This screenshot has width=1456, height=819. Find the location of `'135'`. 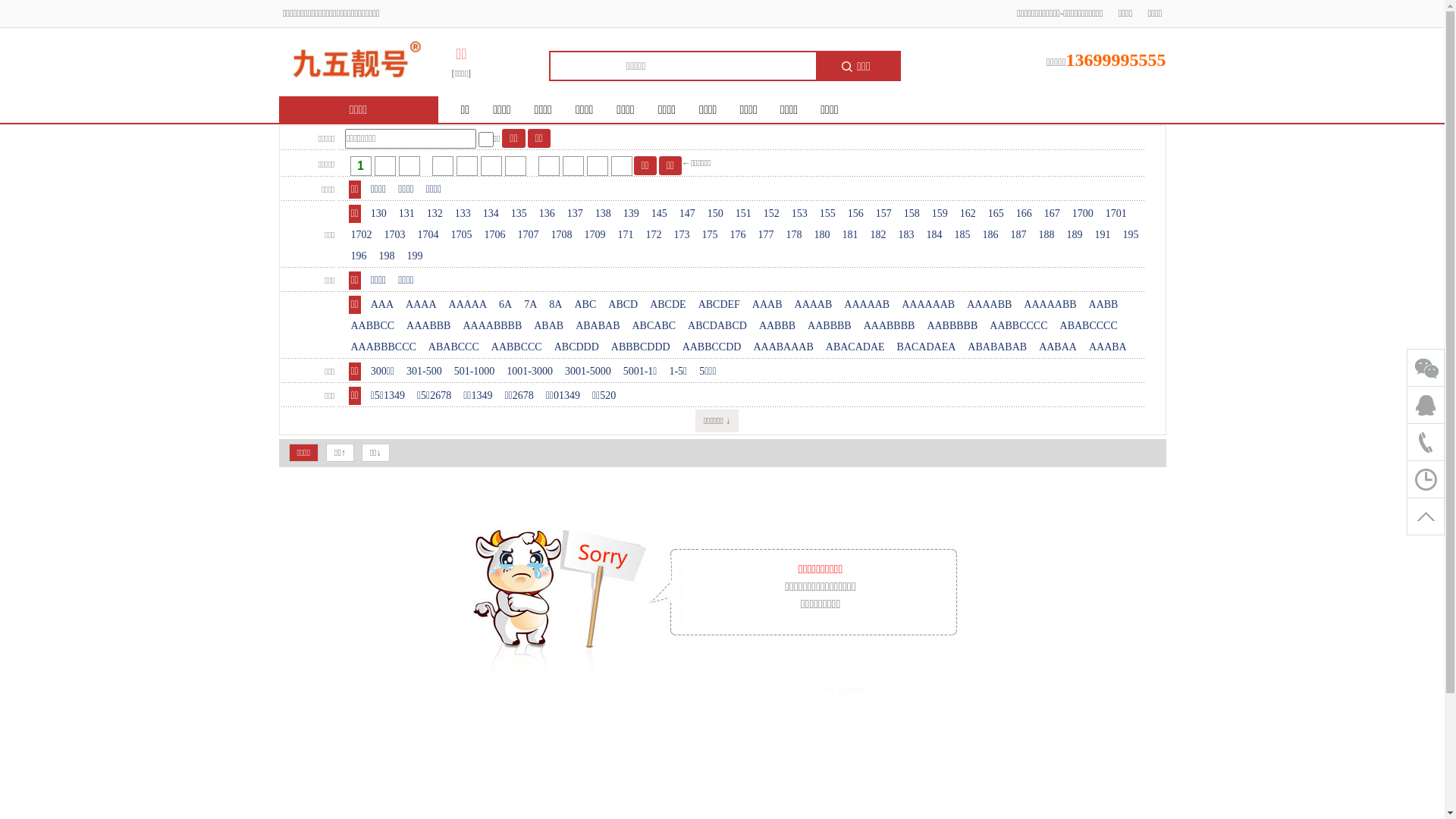

'135' is located at coordinates (519, 213).